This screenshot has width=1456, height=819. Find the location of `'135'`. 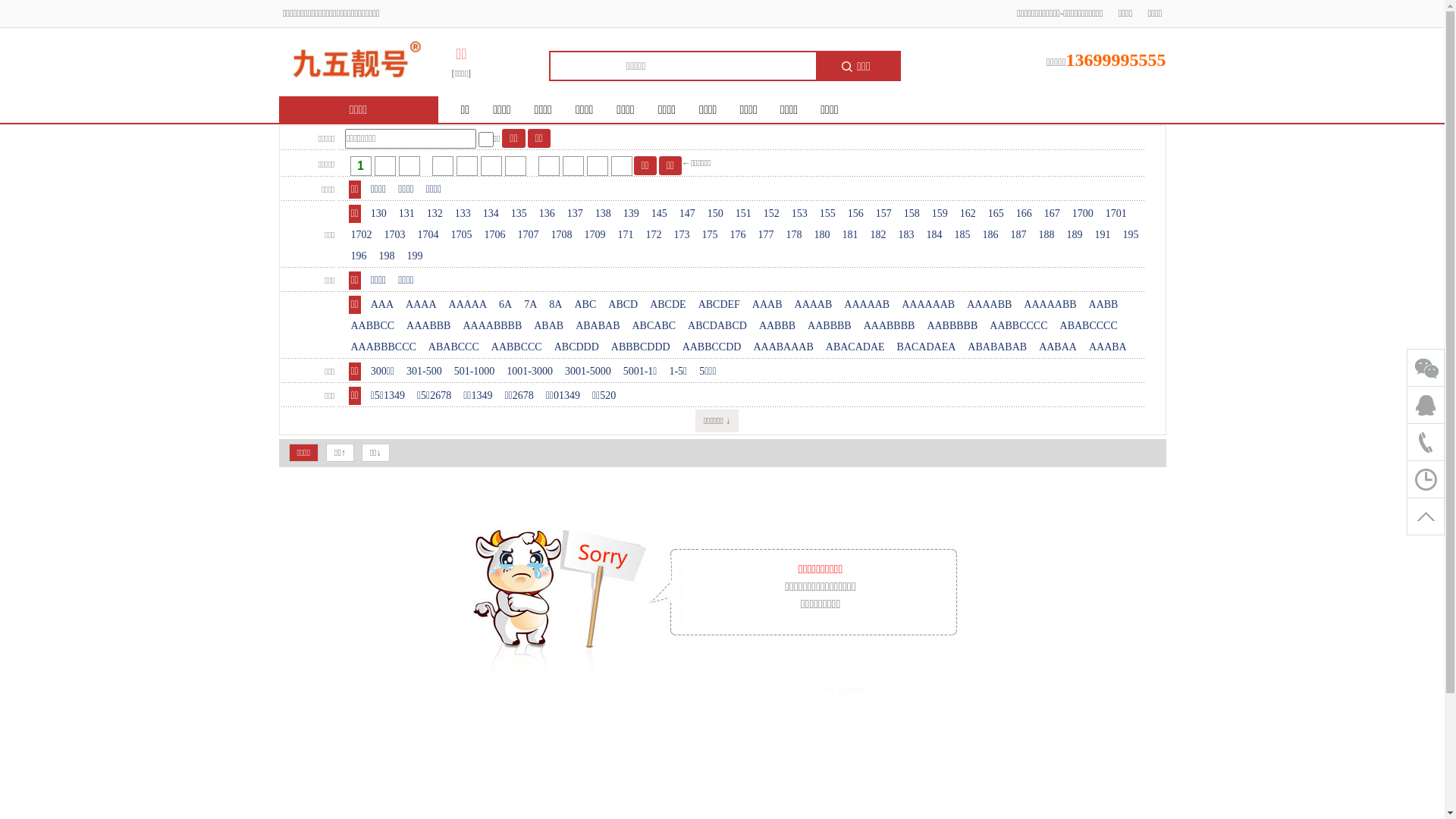

'135' is located at coordinates (519, 213).